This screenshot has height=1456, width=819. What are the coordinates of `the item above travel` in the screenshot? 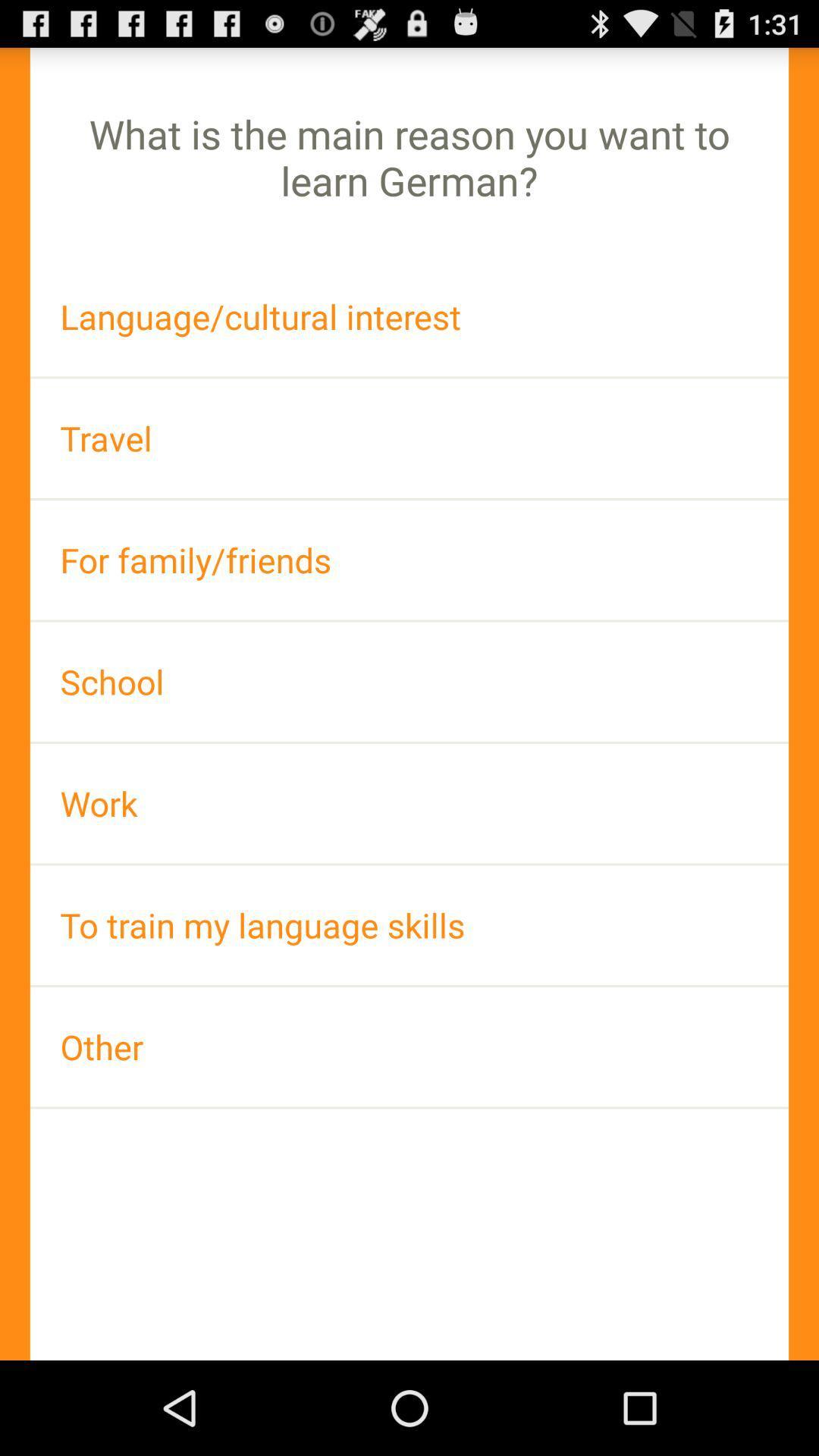 It's located at (409, 315).